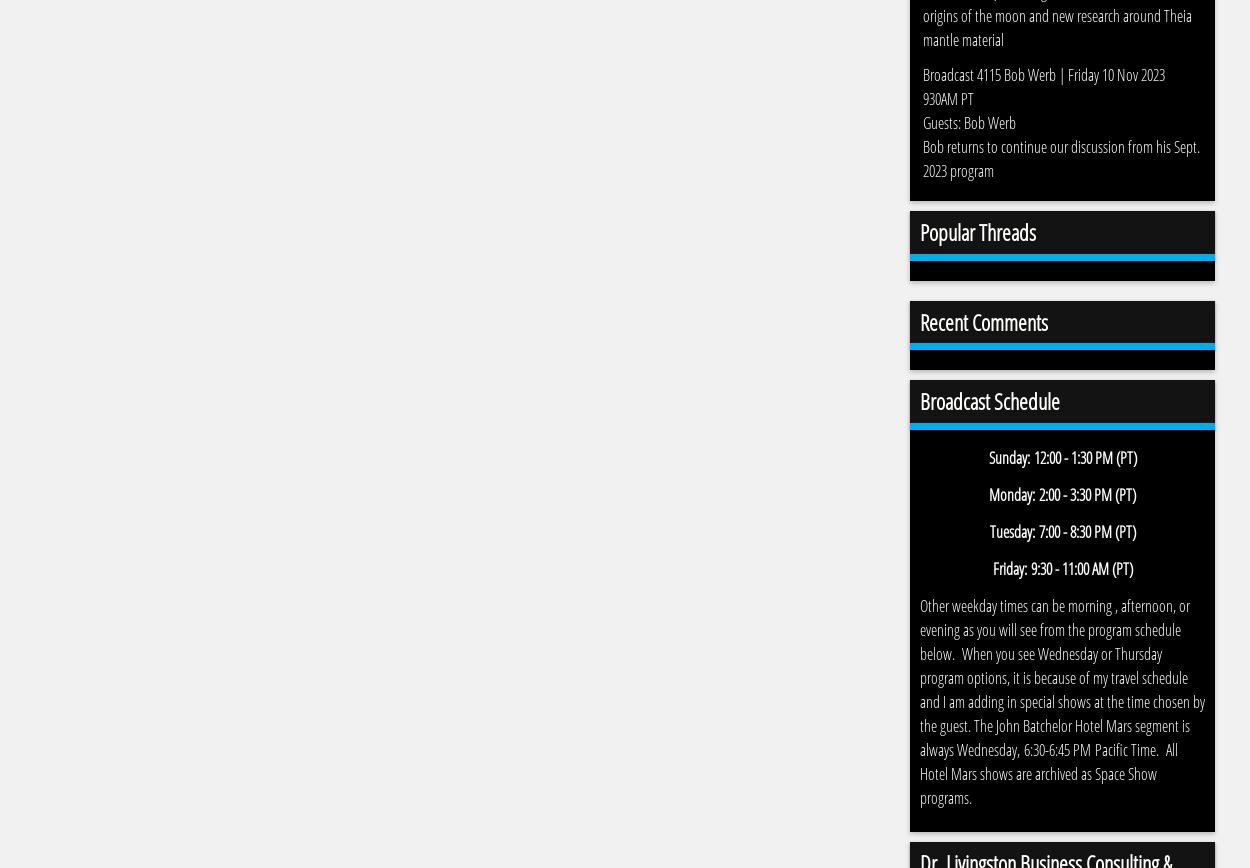 Image resolution: width=1250 pixels, height=868 pixels. I want to click on 'Broadcast Schedule', so click(989, 401).